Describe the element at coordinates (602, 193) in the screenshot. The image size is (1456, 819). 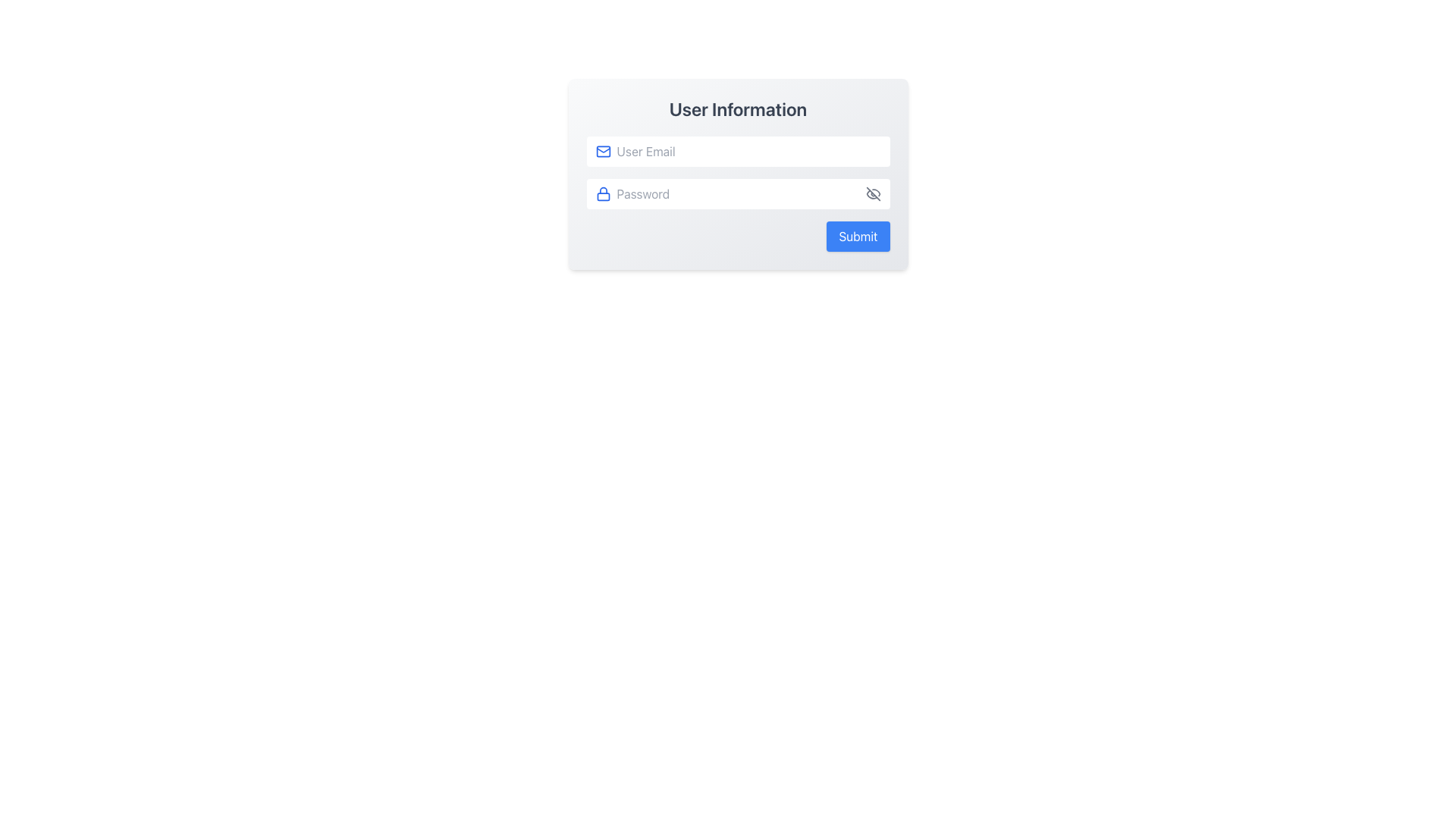
I see `the blue SVG lock icon located to the left of the 'Password' input field` at that location.